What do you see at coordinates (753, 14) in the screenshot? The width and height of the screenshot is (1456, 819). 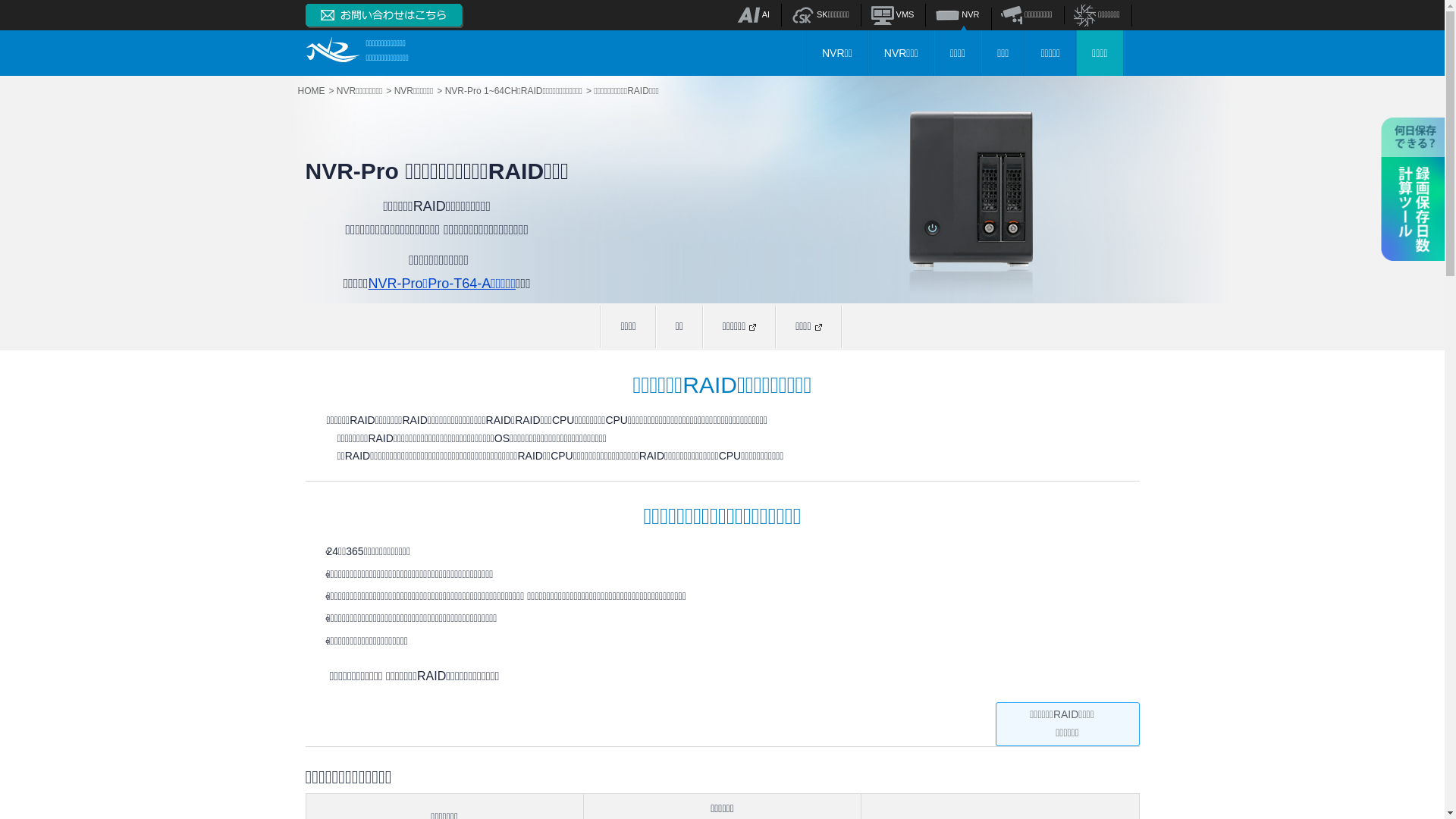 I see `'AI'` at bounding box center [753, 14].